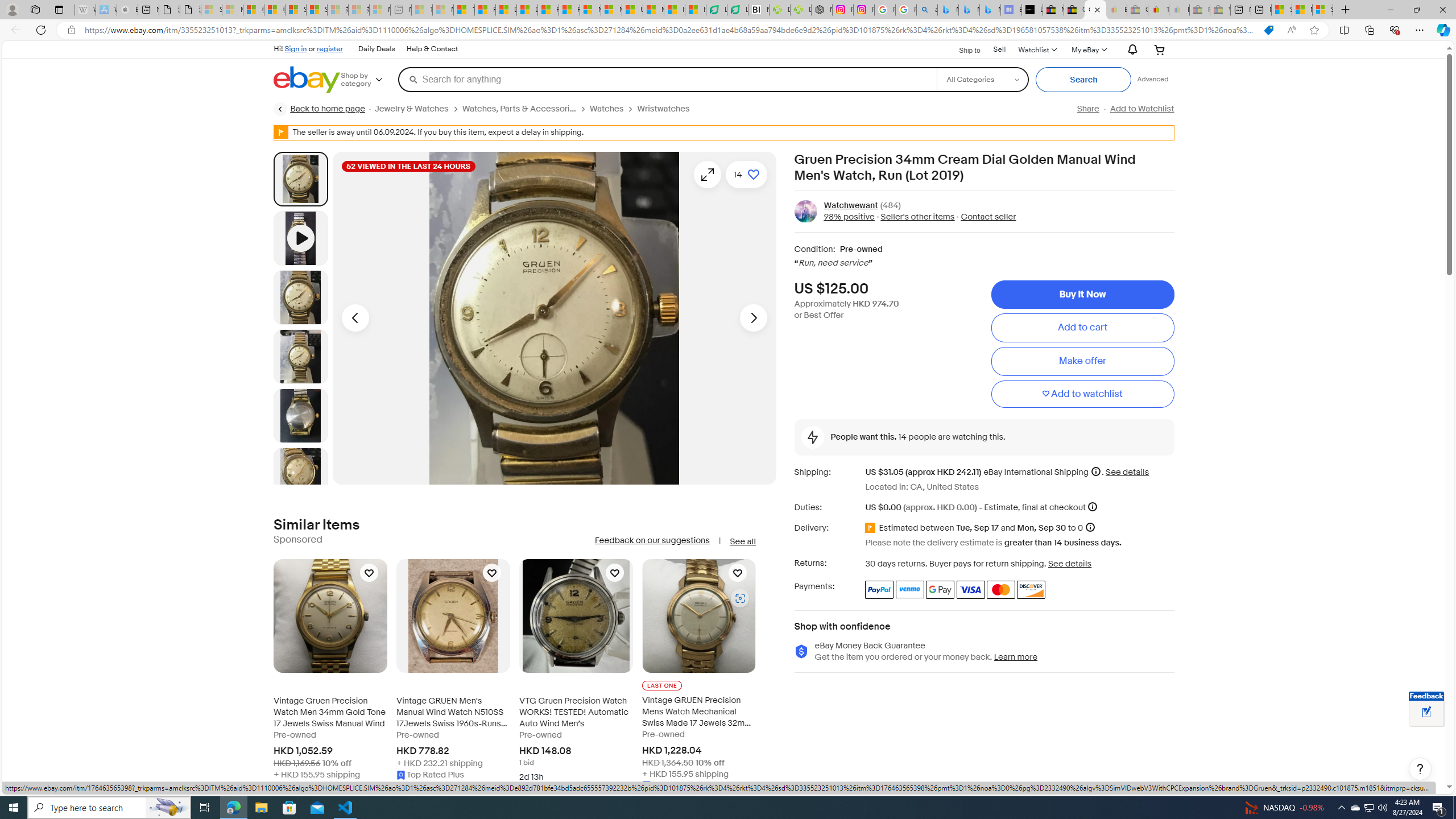 This screenshot has height=819, width=1456. I want to click on 'Video 1 of 1', so click(300, 237).